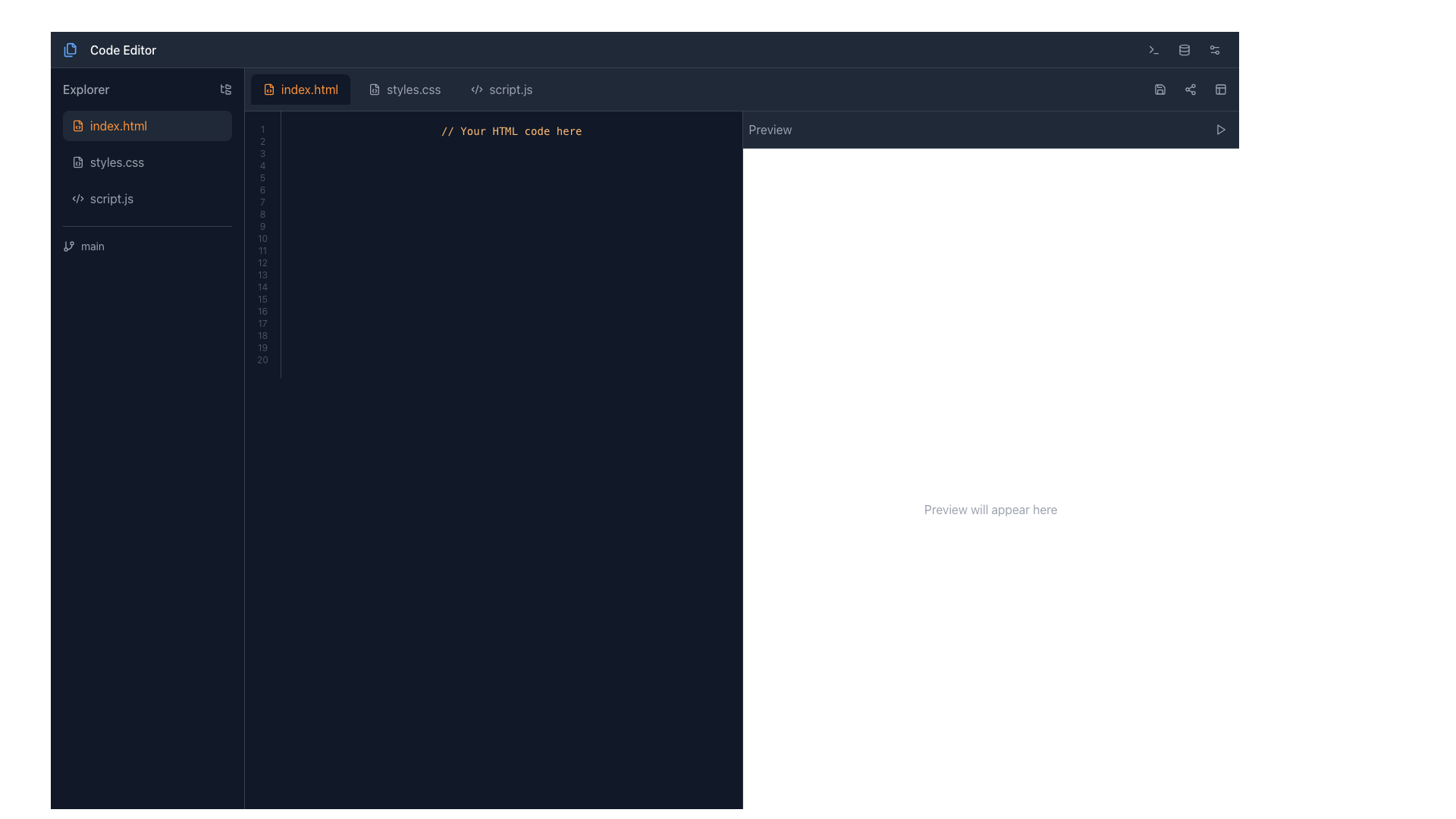 This screenshot has height=819, width=1456. I want to click on the tab labeled 'script.js' in the top tab navigation of the code editor interface, so click(510, 89).